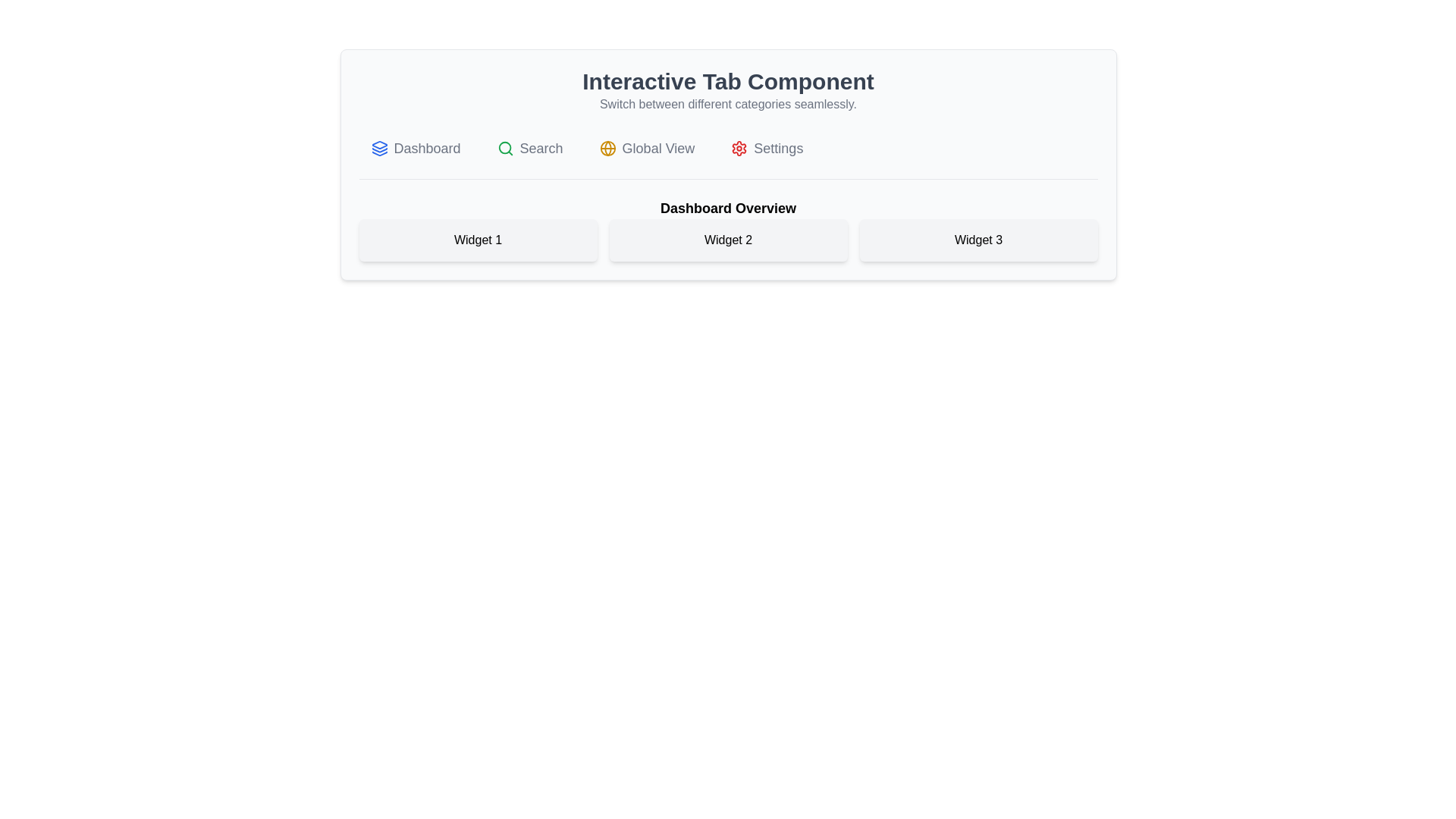  I want to click on the 'Search' text label, which is styled in gray and positioned next to a green search icon in the header section, following the 'Dashboard' menu item, so click(541, 149).